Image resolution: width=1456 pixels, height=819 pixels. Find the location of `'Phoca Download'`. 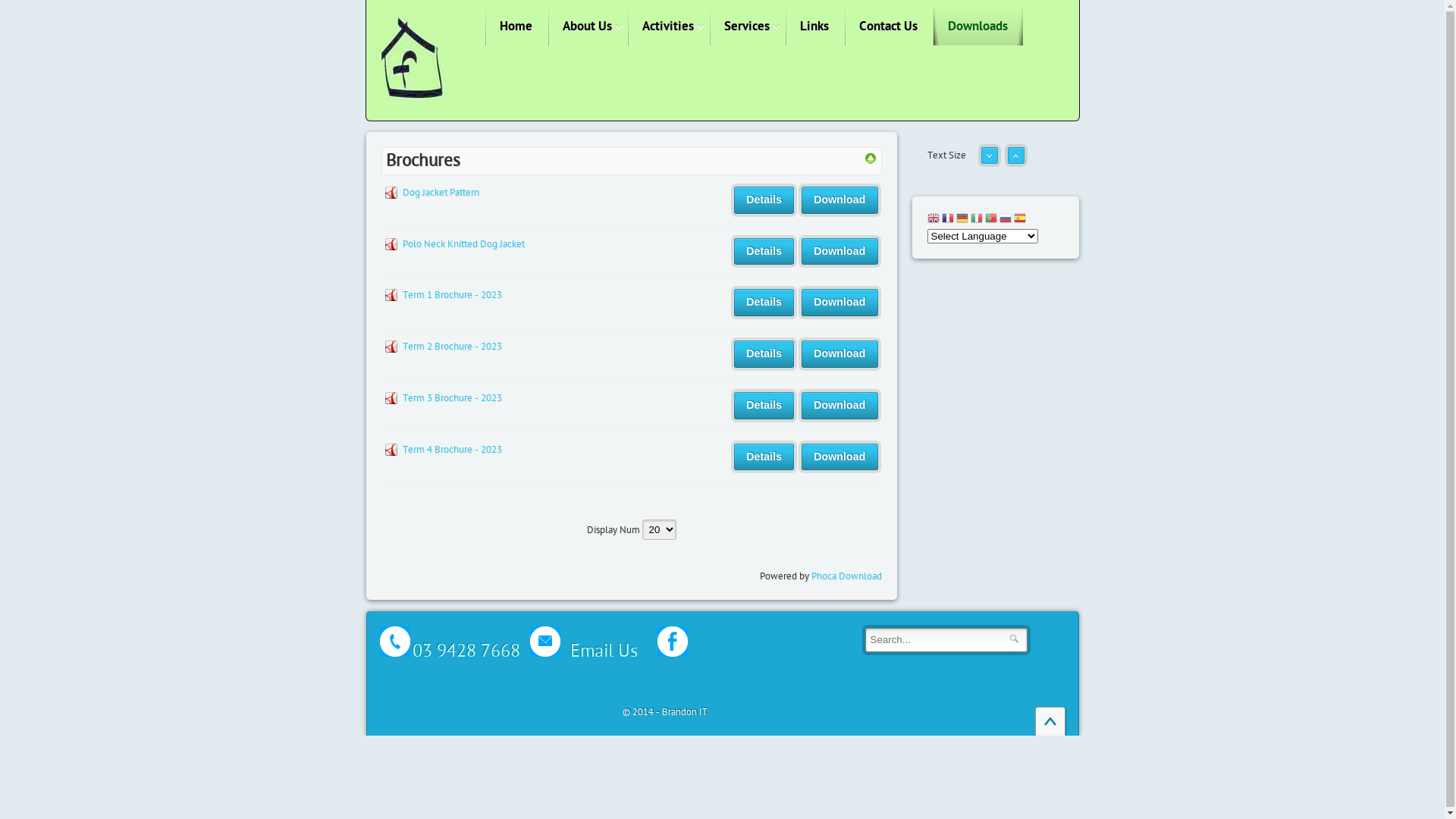

'Phoca Download' is located at coordinates (811, 576).